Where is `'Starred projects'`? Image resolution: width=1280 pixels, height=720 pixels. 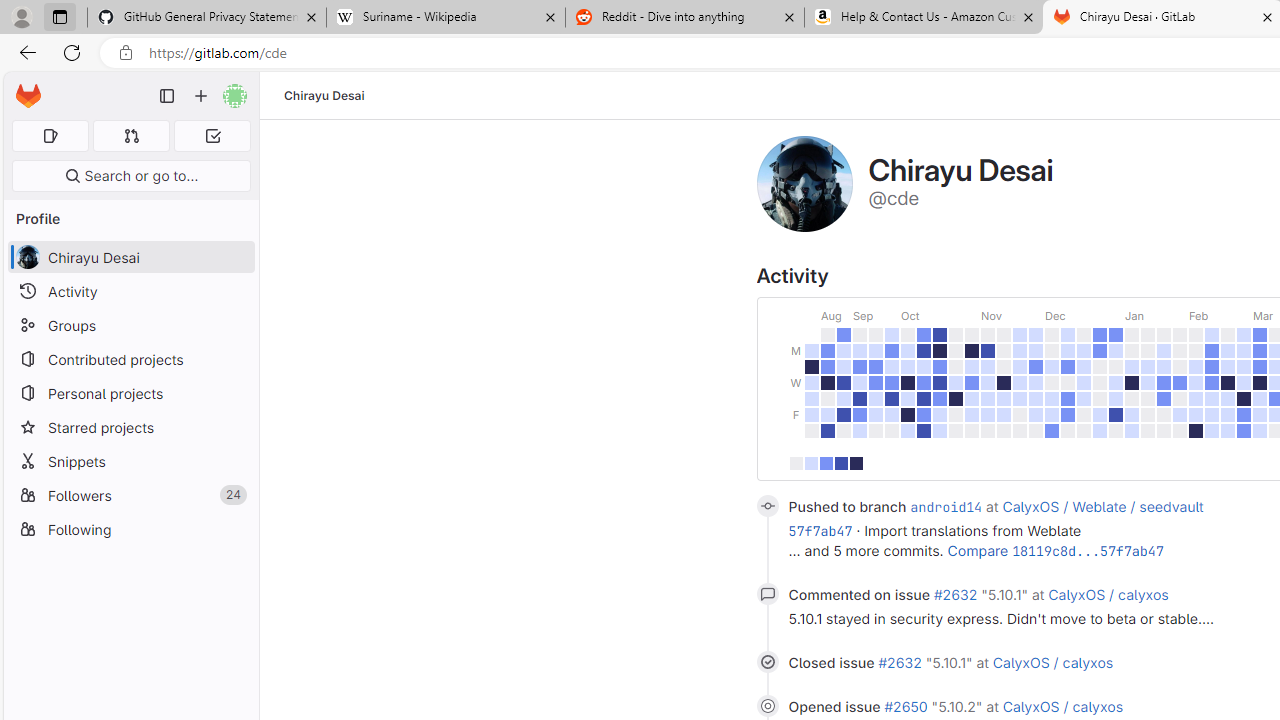
'Starred projects' is located at coordinates (130, 426).